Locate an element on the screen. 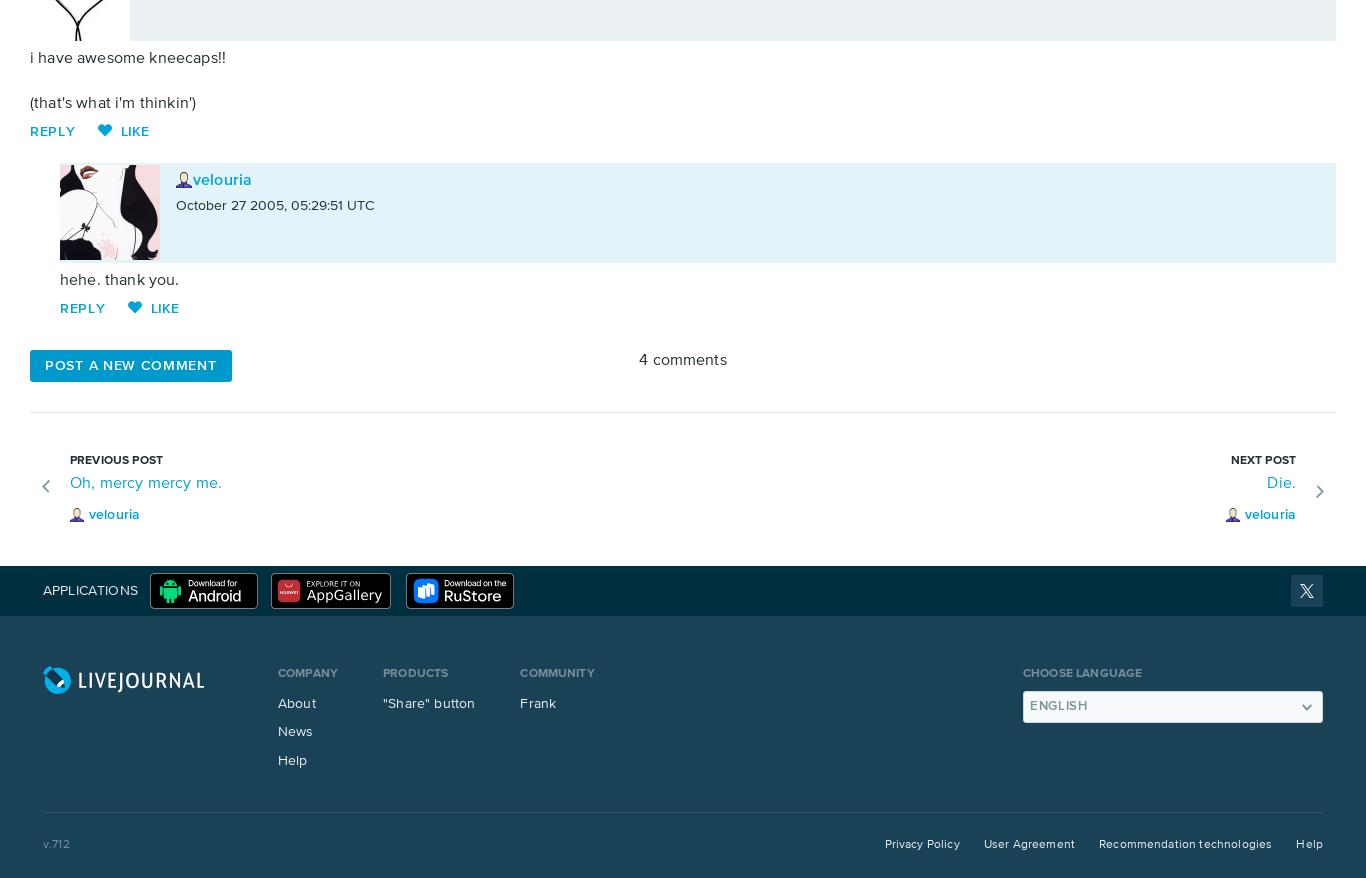  'English' is located at coordinates (1057, 705).